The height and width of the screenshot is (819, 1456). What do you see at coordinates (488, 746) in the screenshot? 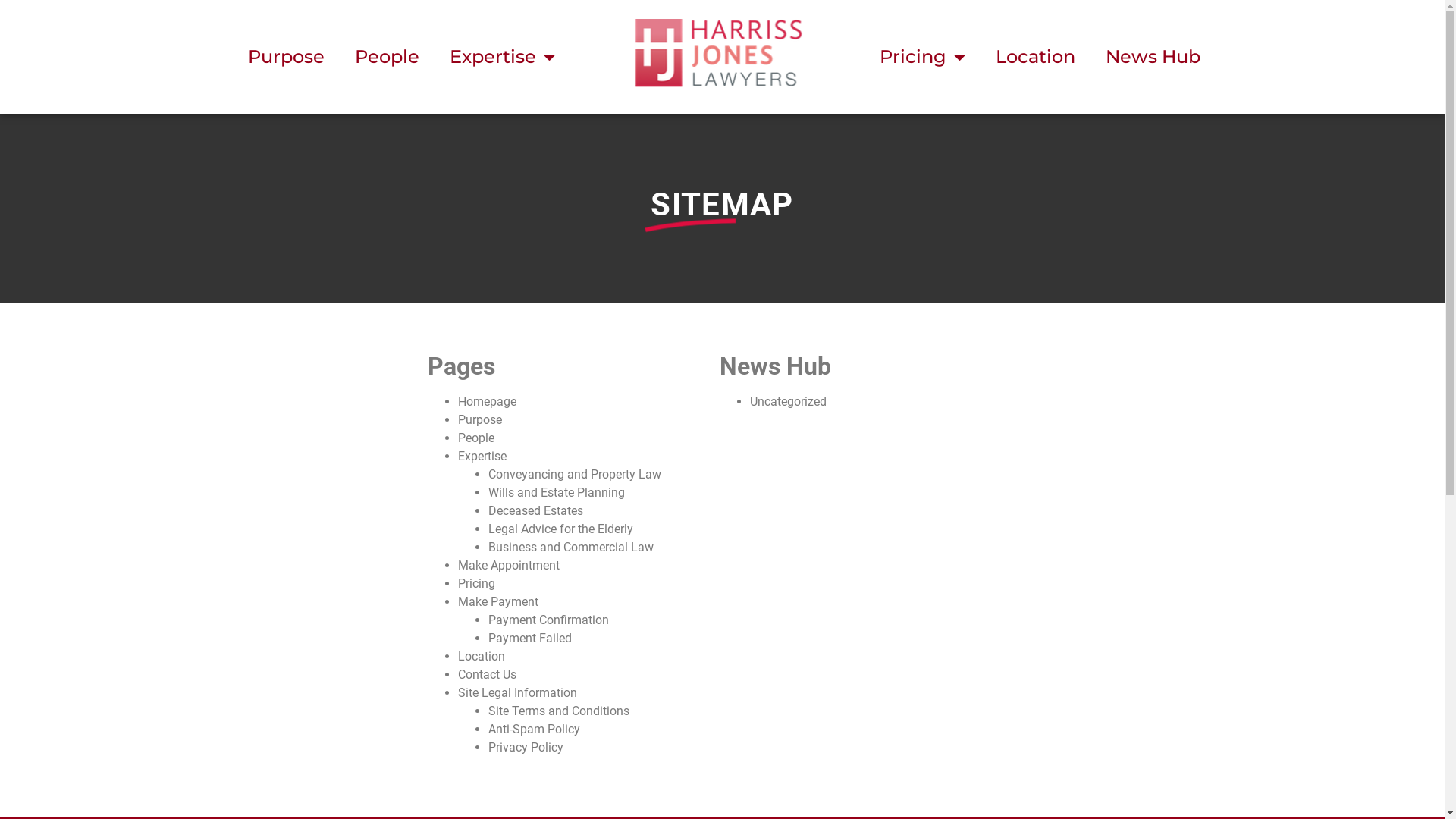
I see `'Privacy Policy'` at bounding box center [488, 746].